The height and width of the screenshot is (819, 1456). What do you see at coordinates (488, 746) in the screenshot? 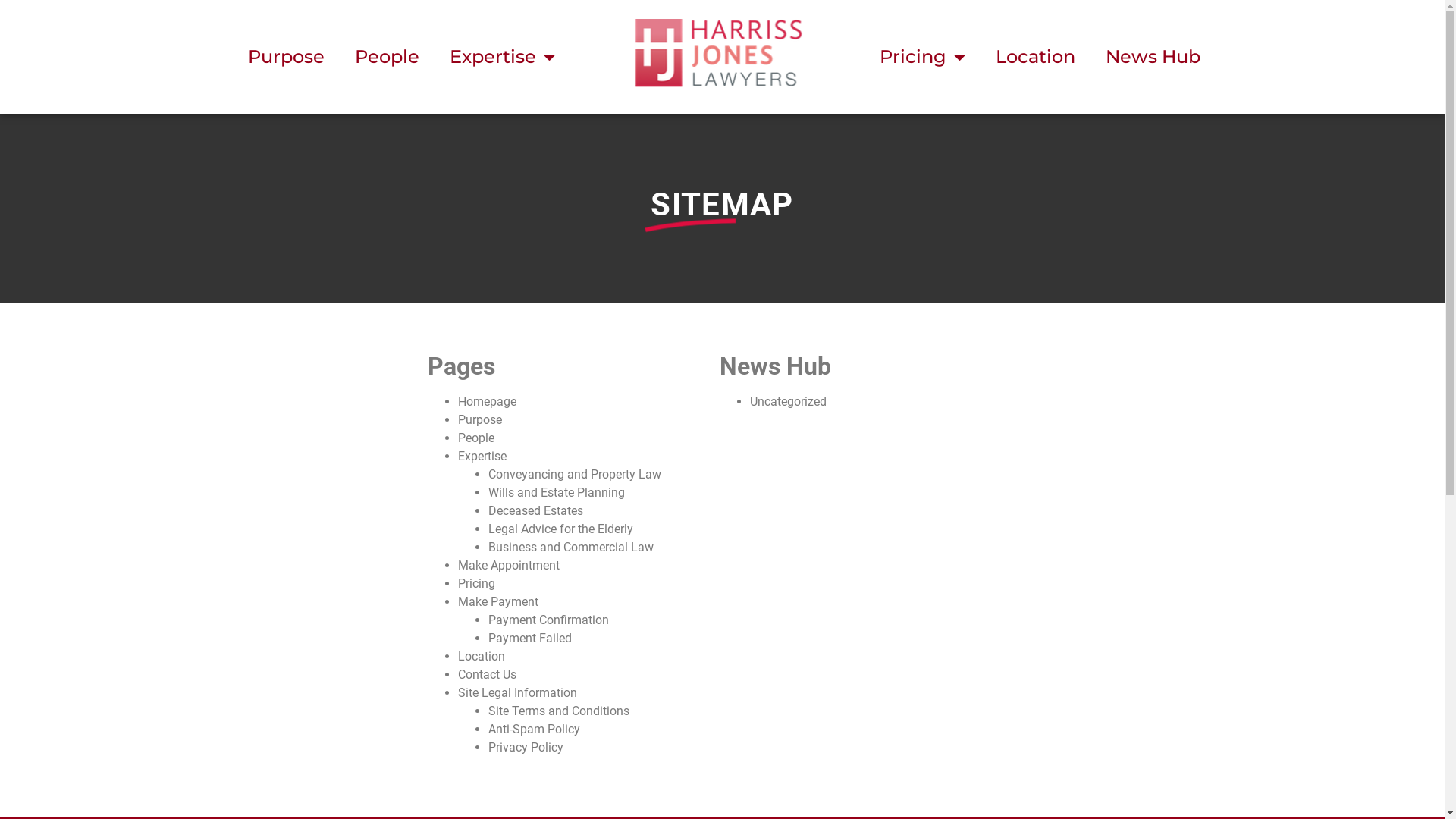
I see `'Privacy Policy'` at bounding box center [488, 746].